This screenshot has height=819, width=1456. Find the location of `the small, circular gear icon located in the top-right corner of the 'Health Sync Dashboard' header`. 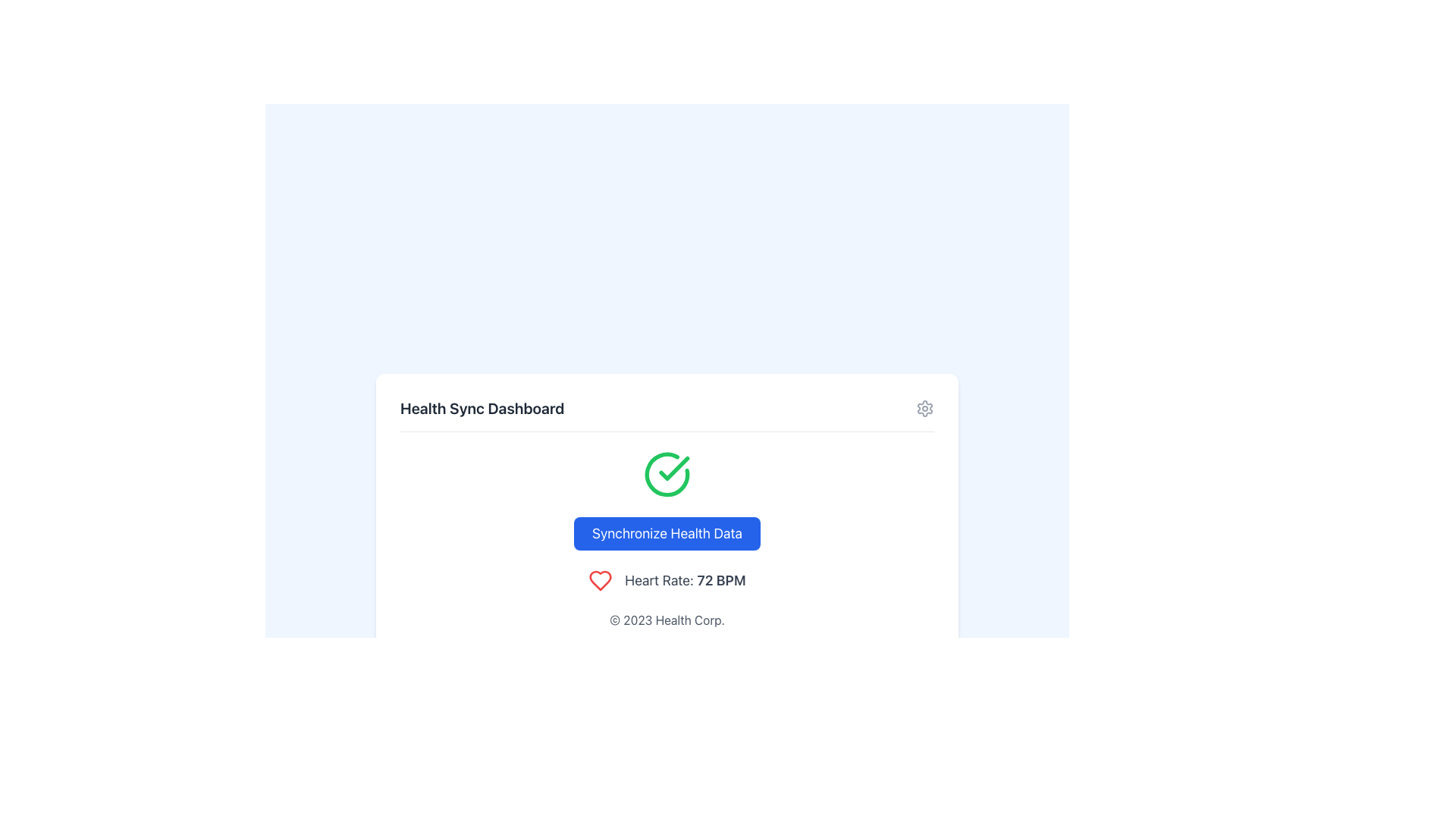

the small, circular gear icon located in the top-right corner of the 'Health Sync Dashboard' header is located at coordinates (924, 407).